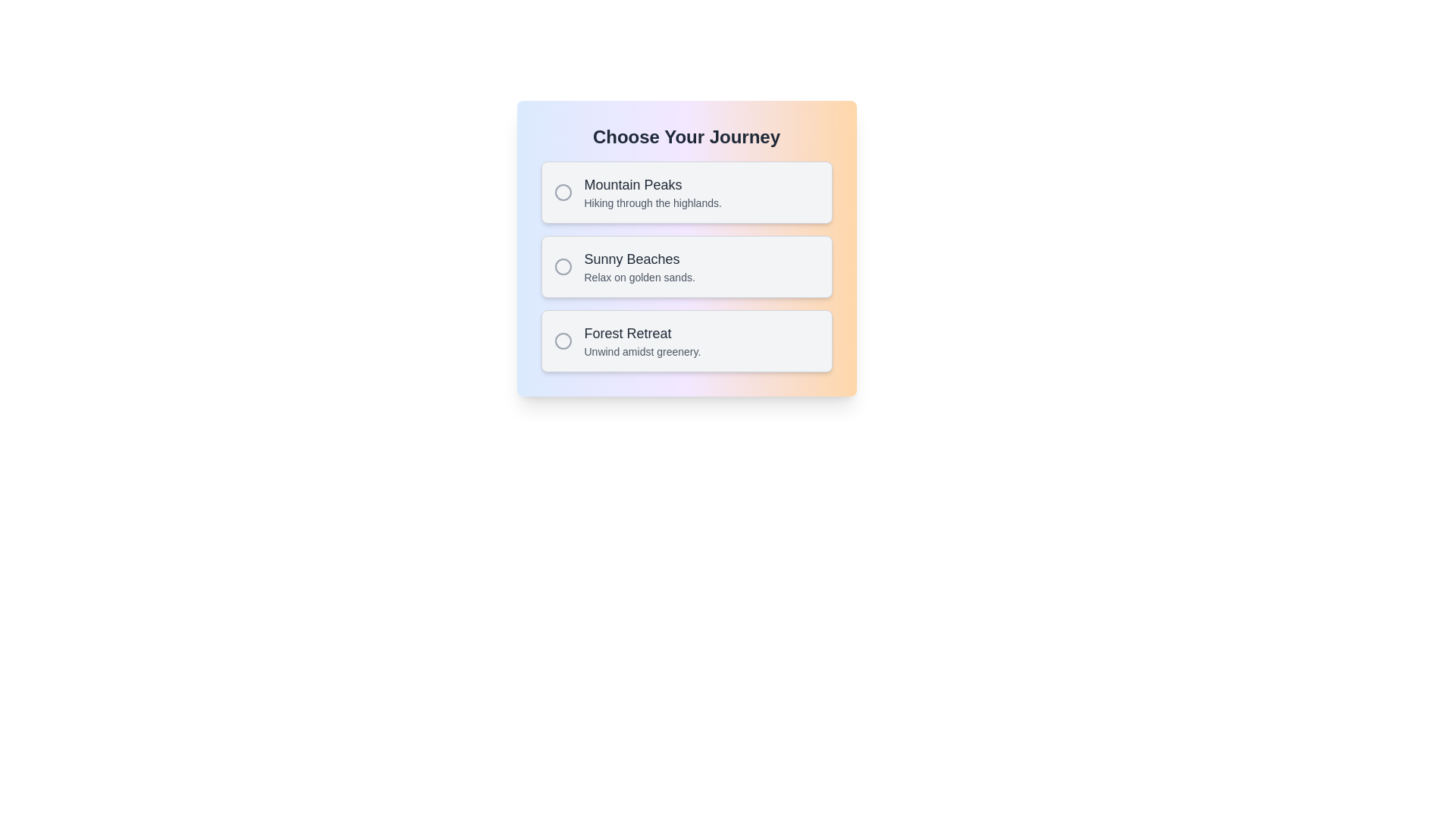 The width and height of the screenshot is (1456, 819). I want to click on the circular gray icon located, so click(562, 341).